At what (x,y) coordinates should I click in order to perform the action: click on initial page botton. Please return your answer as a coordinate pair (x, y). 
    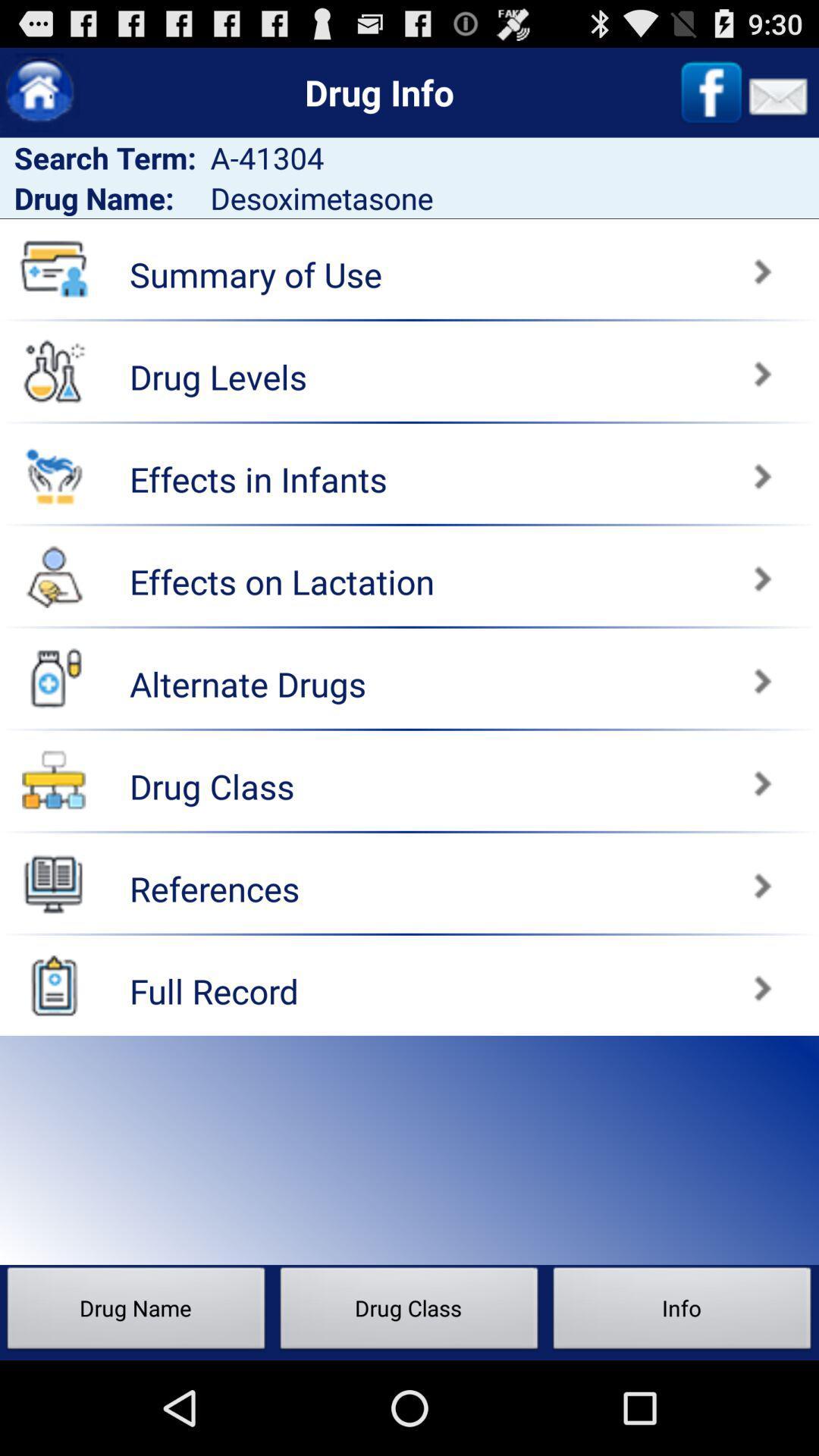
    Looking at the image, I should click on (39, 92).